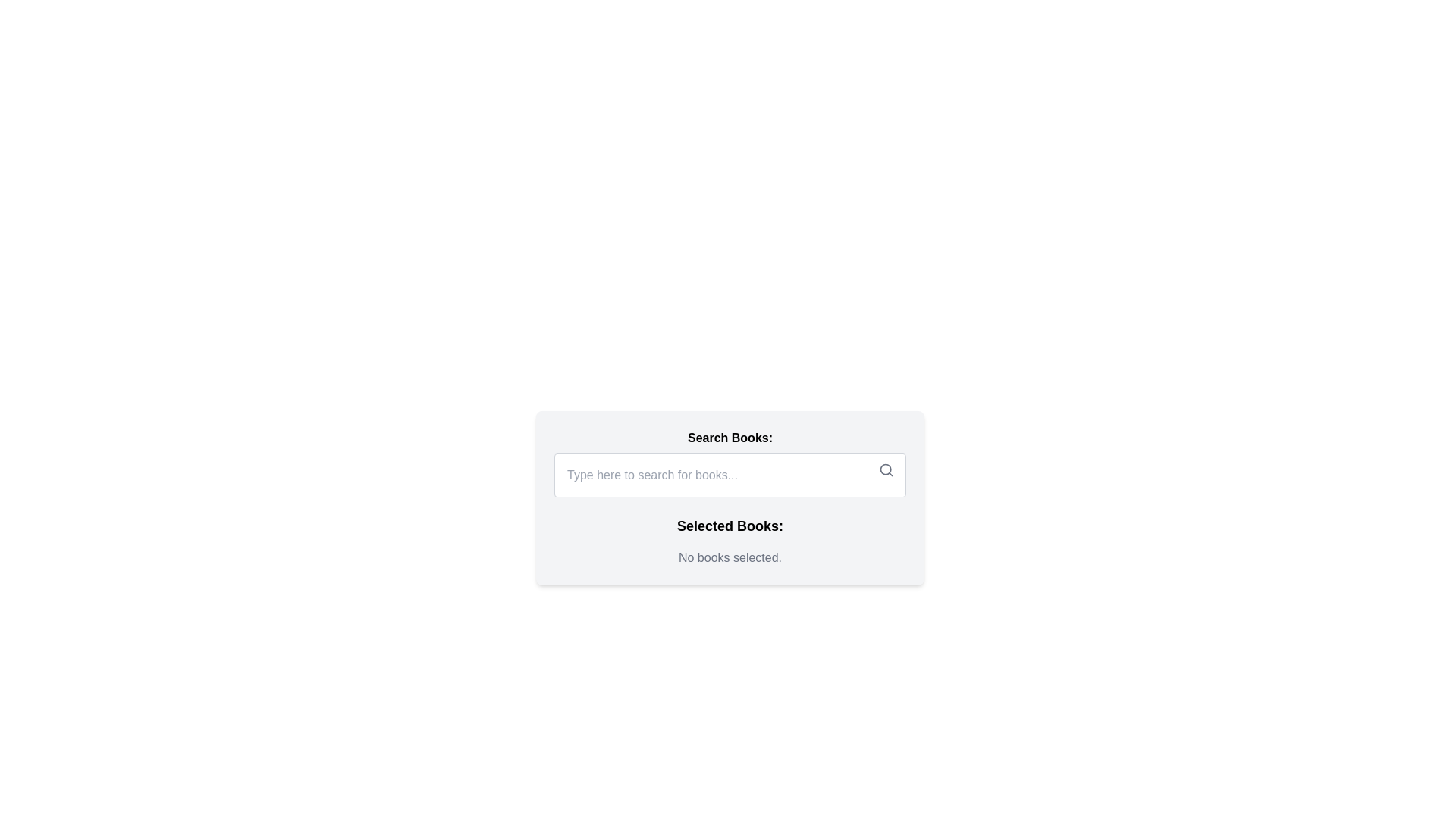  I want to click on the magnifying glass icon within the search button, so click(886, 469).